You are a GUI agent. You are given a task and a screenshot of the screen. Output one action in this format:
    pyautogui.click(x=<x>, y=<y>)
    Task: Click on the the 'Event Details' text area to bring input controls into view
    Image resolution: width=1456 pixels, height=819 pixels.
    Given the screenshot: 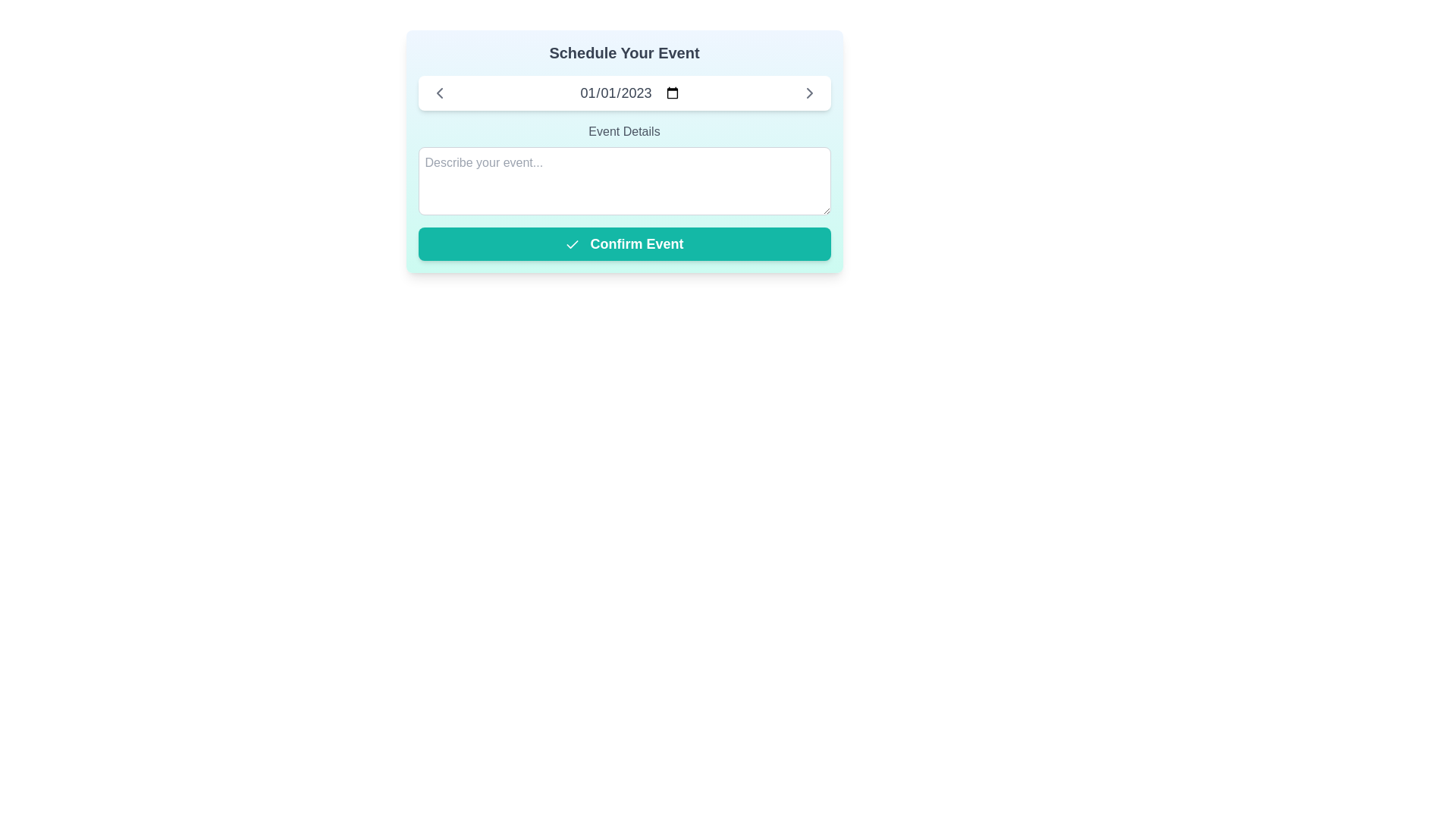 What is the action you would take?
    pyautogui.click(x=624, y=169)
    